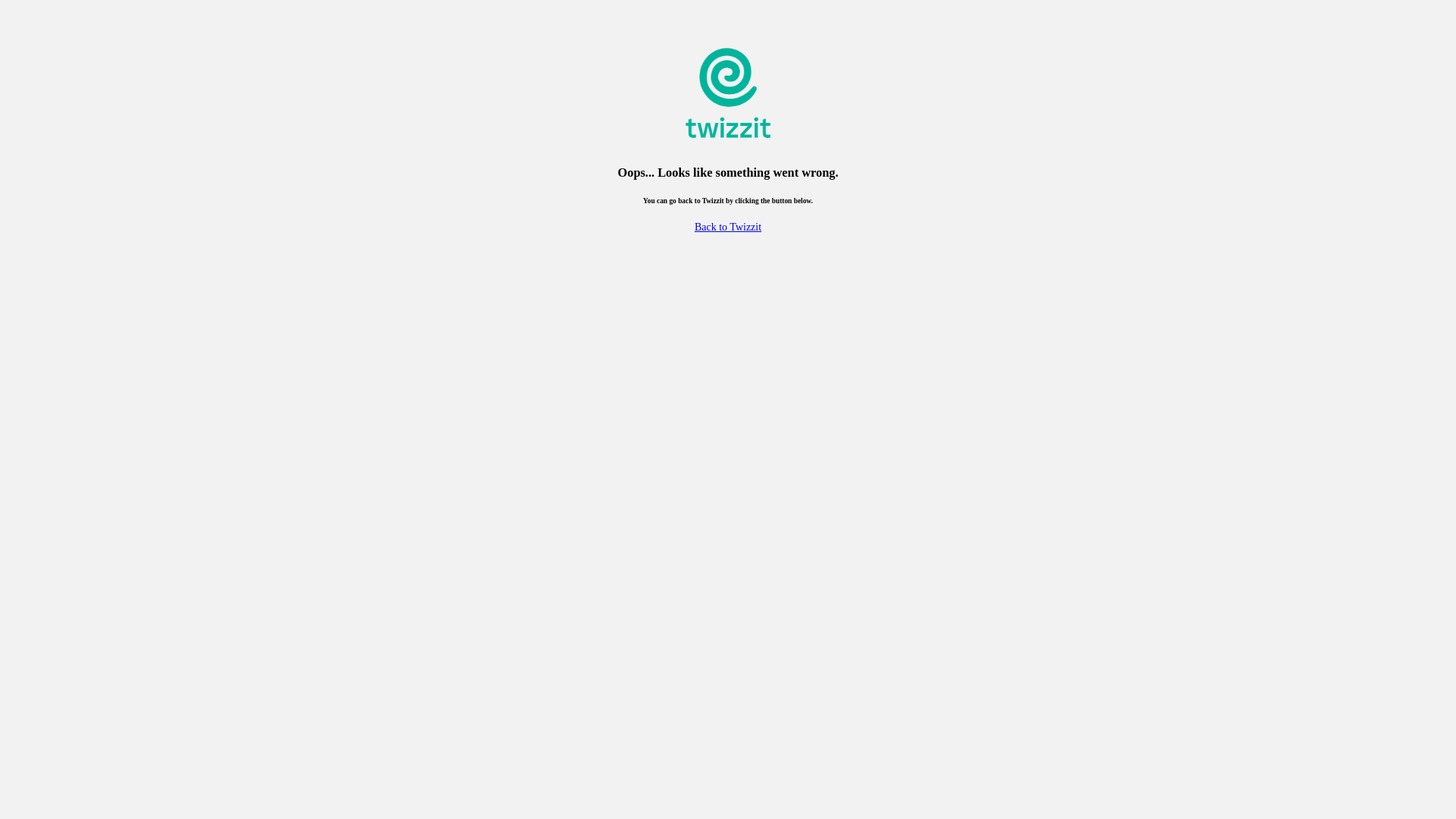  Describe the element at coordinates (728, 227) in the screenshot. I see `'Back to Twizzit'` at that location.